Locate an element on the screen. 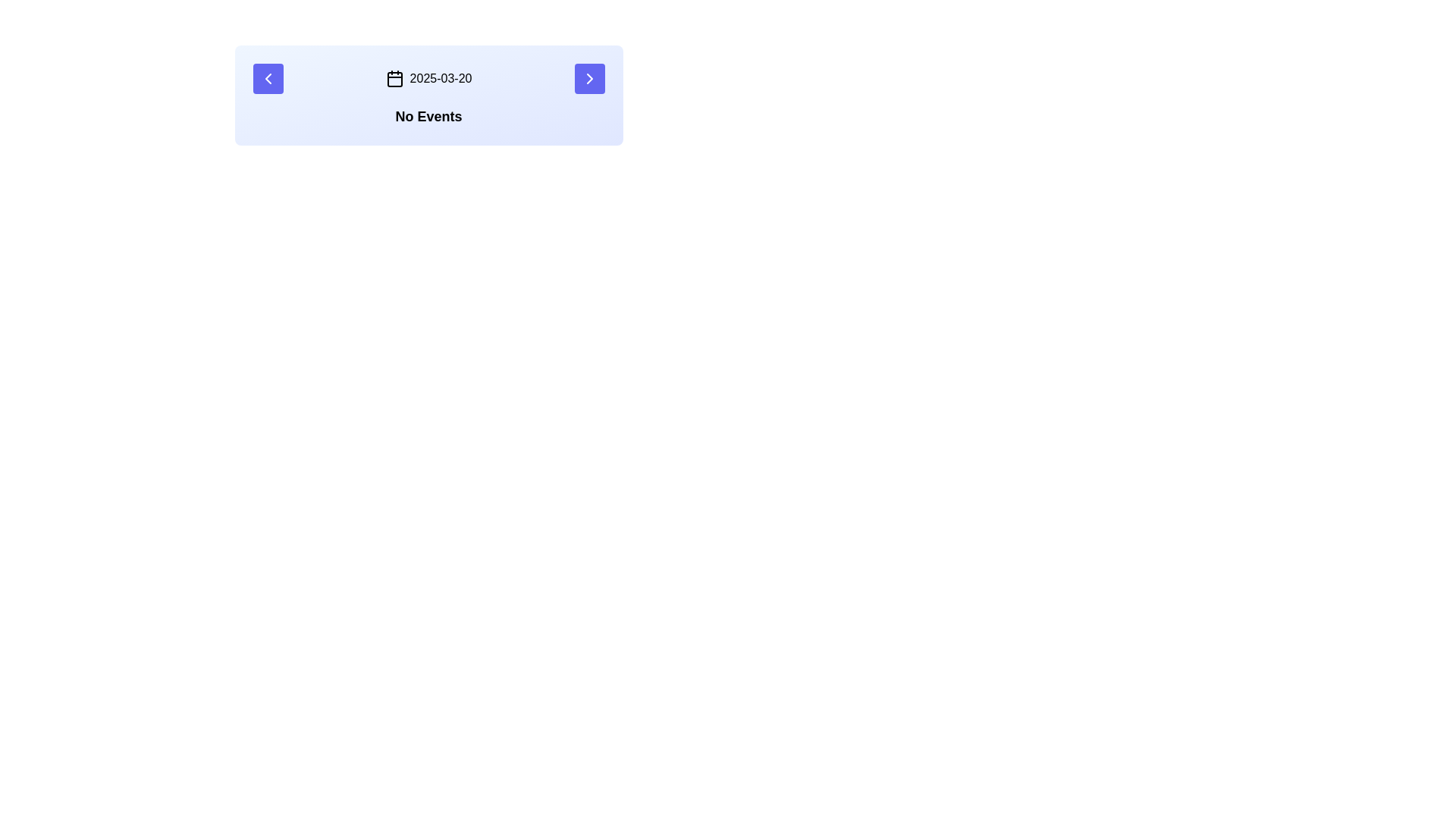 The width and height of the screenshot is (1456, 819). the Text display that informs the user of the currently highlighted or selected date, located to the right of the calendar icon is located at coordinates (440, 79).